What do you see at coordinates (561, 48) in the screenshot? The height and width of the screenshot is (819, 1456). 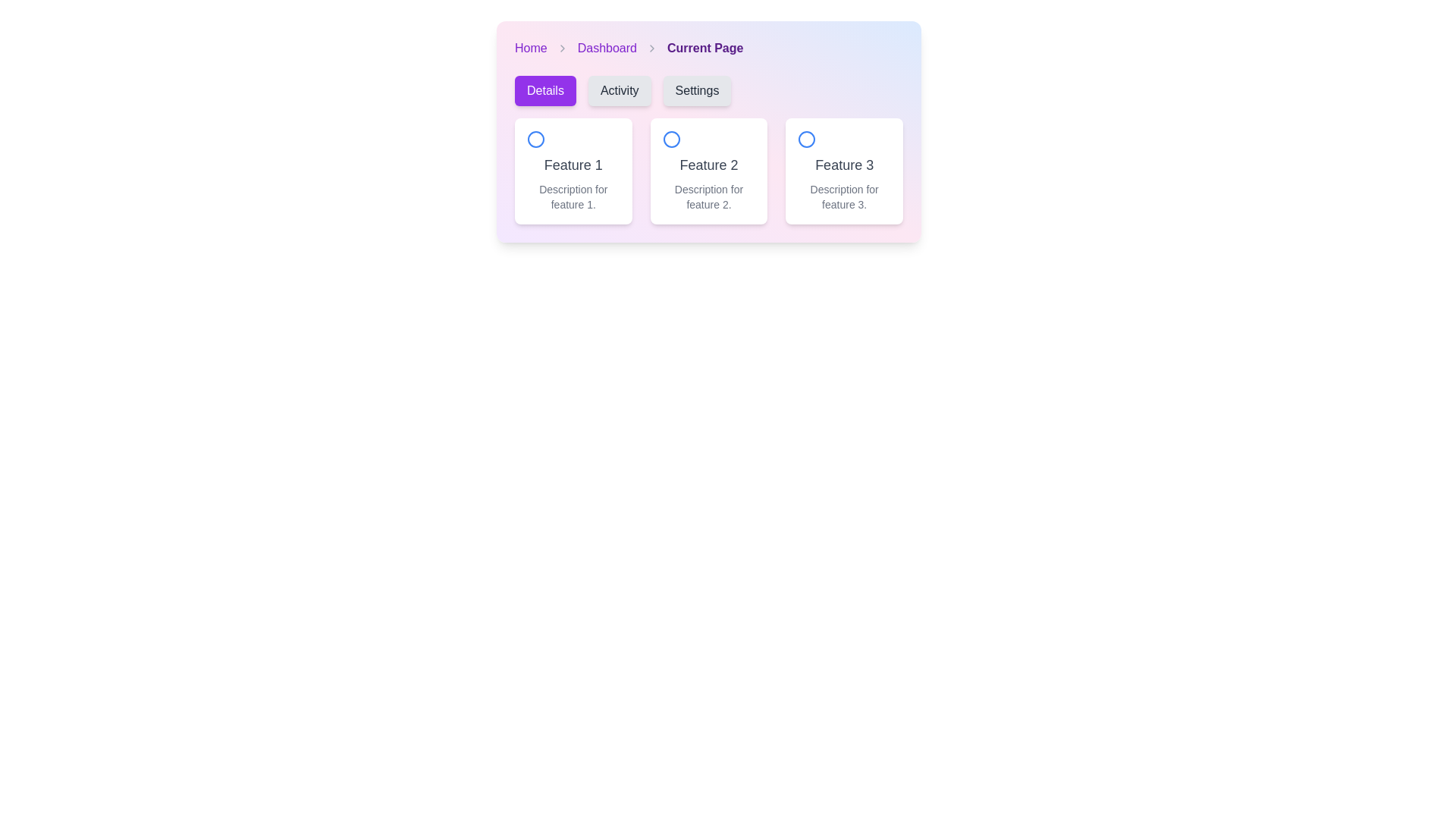 I see `the breadcrumb icon that represents the hierarchical relationship between 'Home' and 'Dashboard' in the upper section of the application` at bounding box center [561, 48].